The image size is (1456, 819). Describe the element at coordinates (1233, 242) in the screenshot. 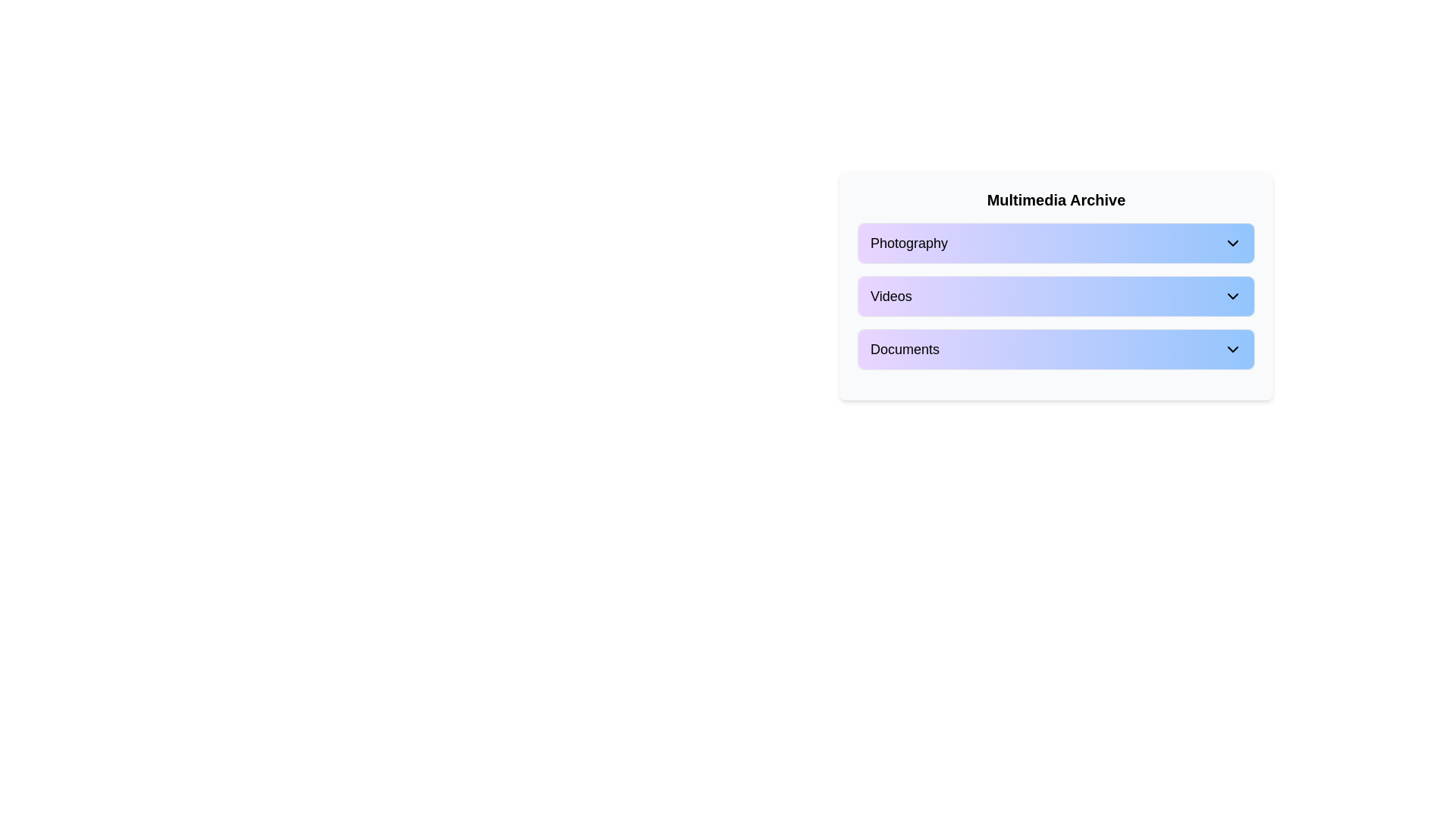

I see `the small downward-pointing chevron icon located on the right side of the 'Photography' section within the multimedia archive list` at that location.